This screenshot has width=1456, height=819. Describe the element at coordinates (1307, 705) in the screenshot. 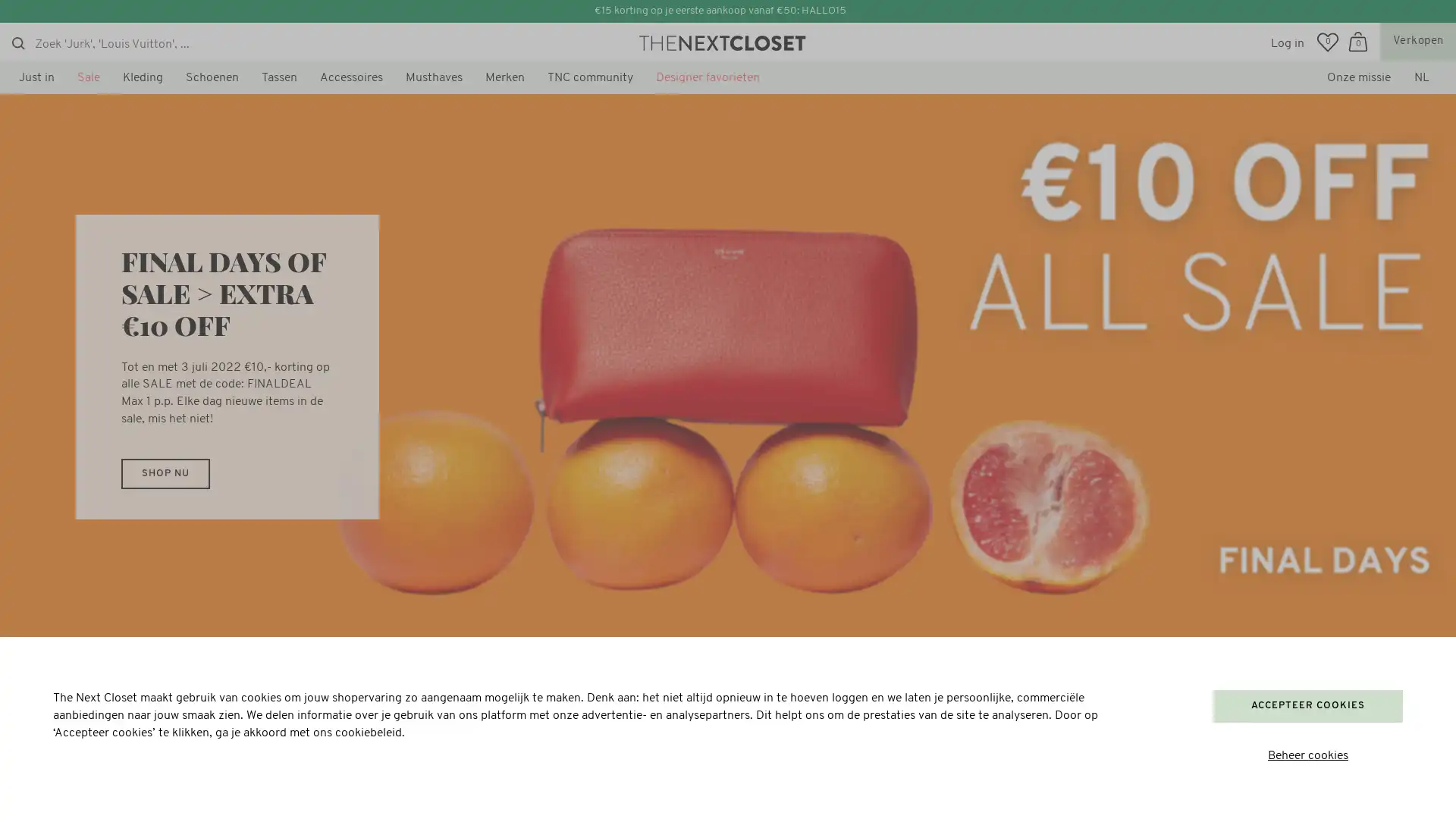

I see `ACCEPTEER COOKIES` at that location.